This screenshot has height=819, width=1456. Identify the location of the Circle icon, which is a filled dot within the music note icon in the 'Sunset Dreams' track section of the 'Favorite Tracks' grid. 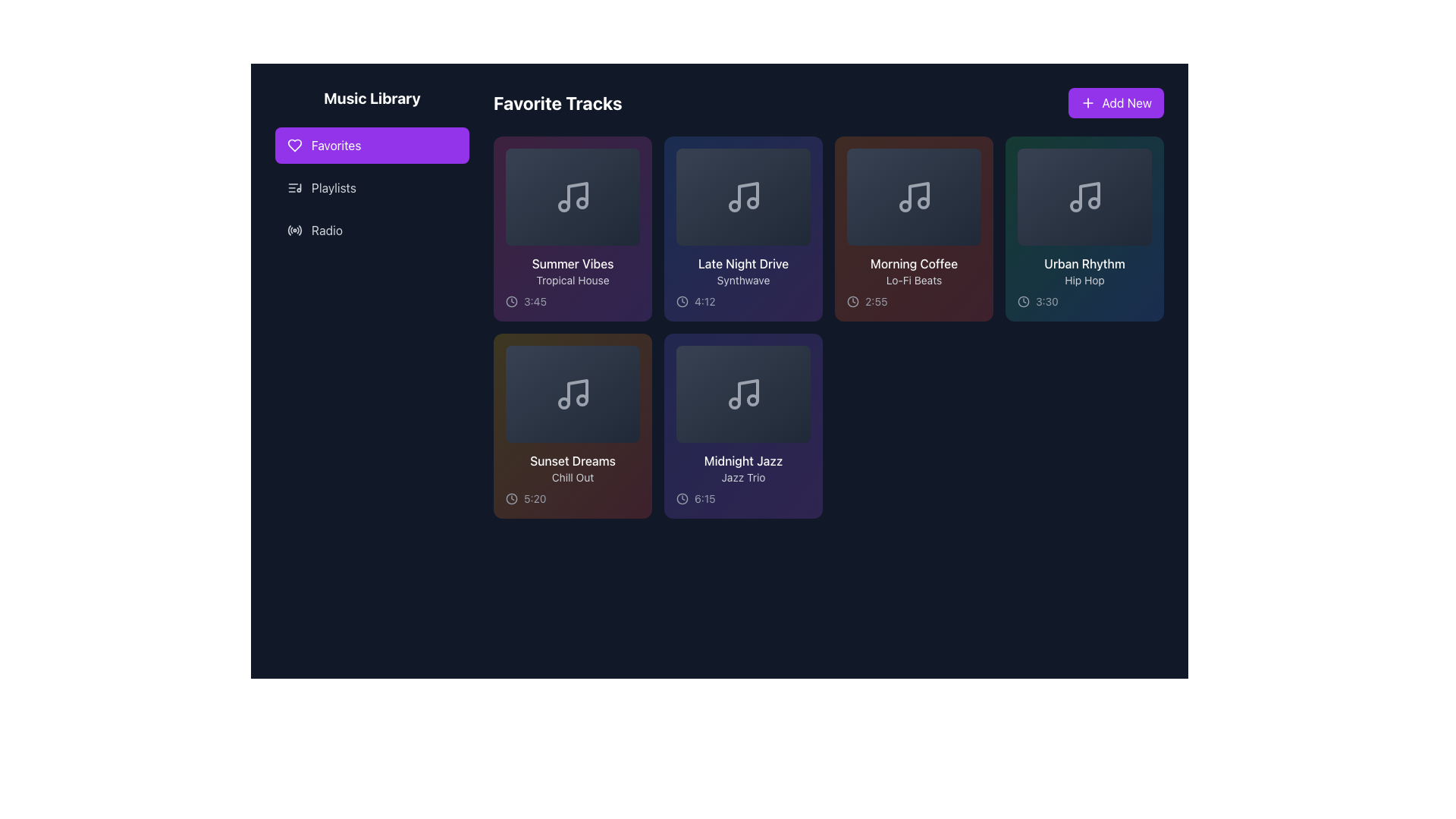
(581, 400).